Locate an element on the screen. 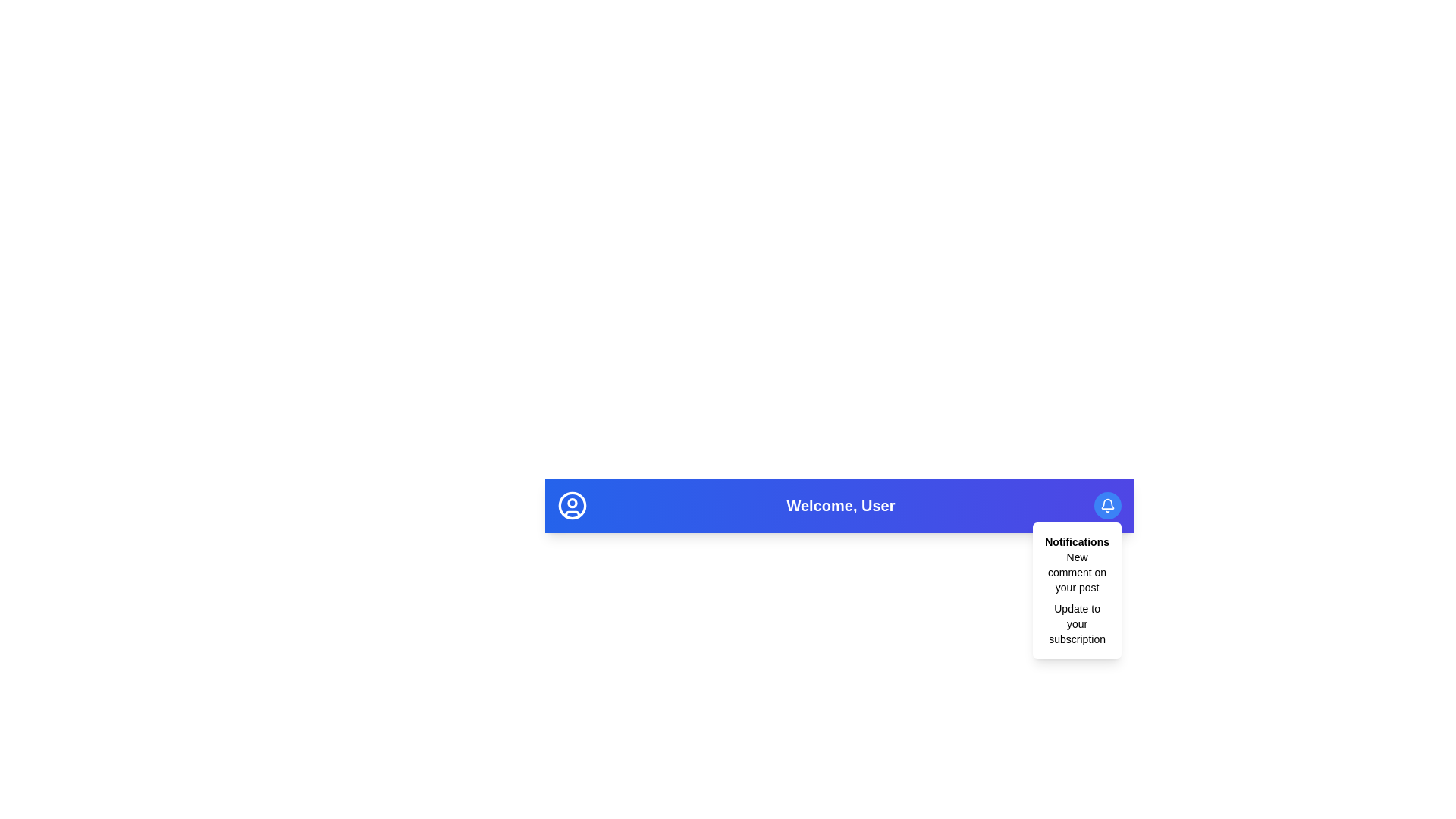  the user profile icon, which features a circular outline and a head with shoulders design, located on the far left of the horizontal navigation bar next to 'Welcome, User' is located at coordinates (571, 506).